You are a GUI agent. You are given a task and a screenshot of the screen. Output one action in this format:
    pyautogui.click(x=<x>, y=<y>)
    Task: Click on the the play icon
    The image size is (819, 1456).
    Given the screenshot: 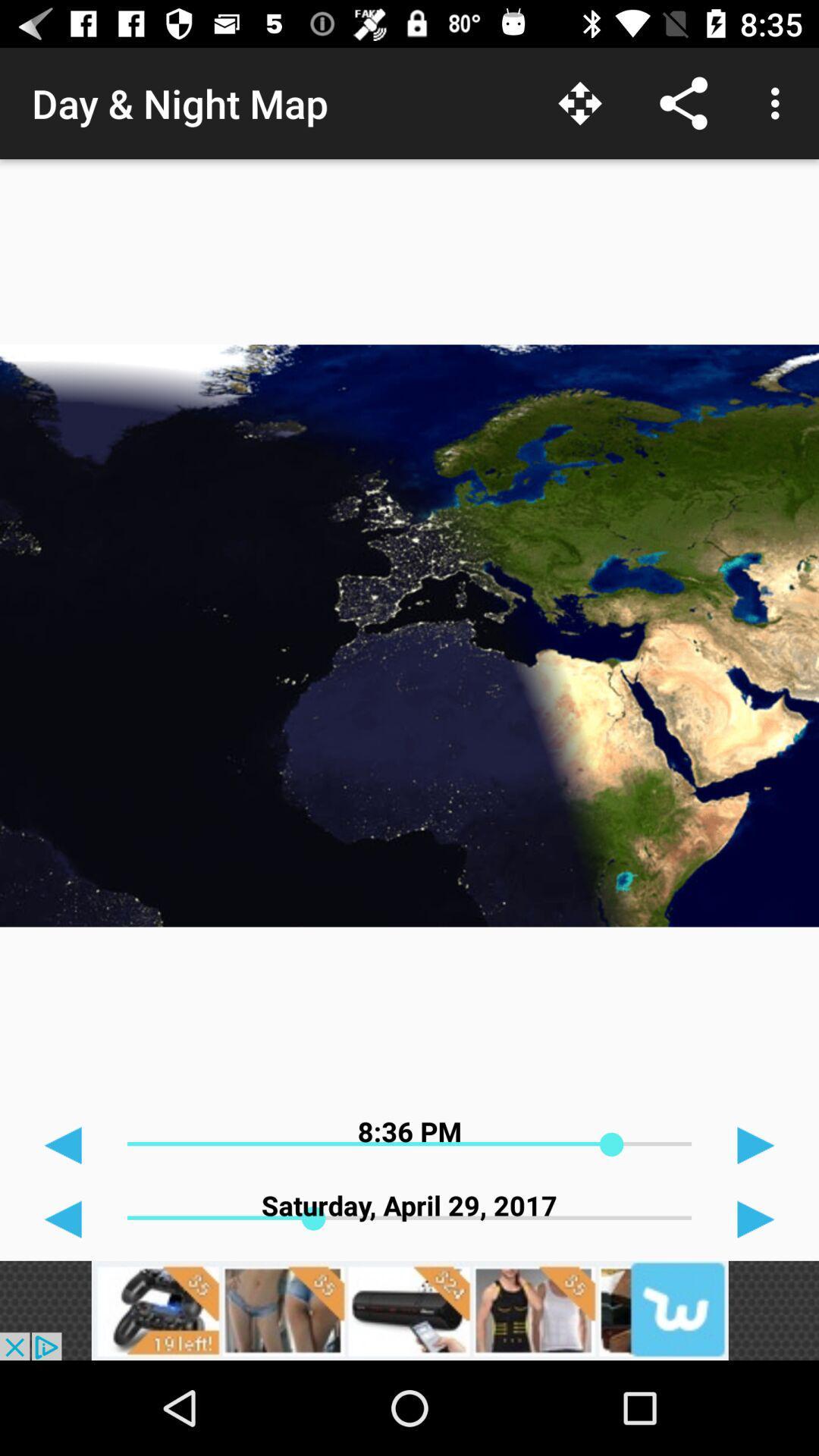 What is the action you would take?
    pyautogui.click(x=755, y=1144)
    